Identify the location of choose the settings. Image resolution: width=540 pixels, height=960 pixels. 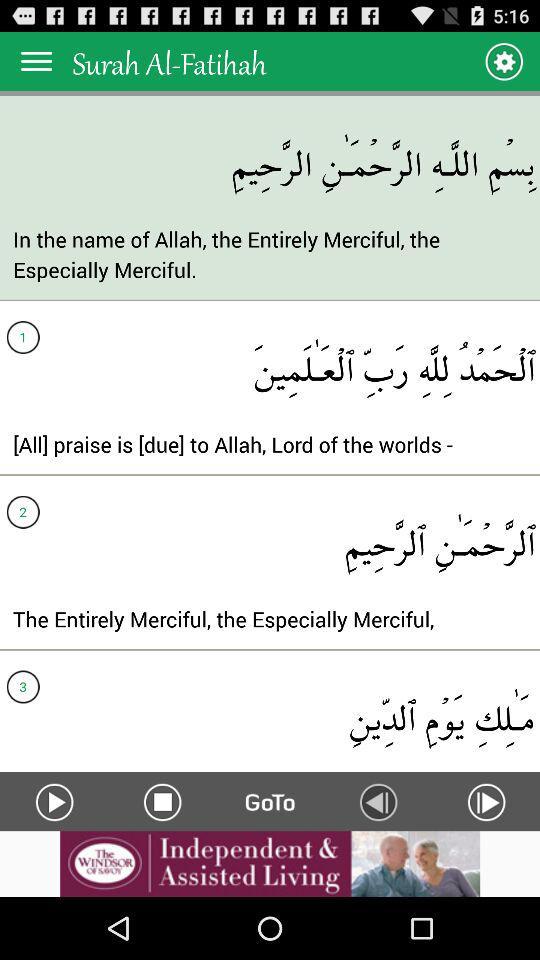
(502, 61).